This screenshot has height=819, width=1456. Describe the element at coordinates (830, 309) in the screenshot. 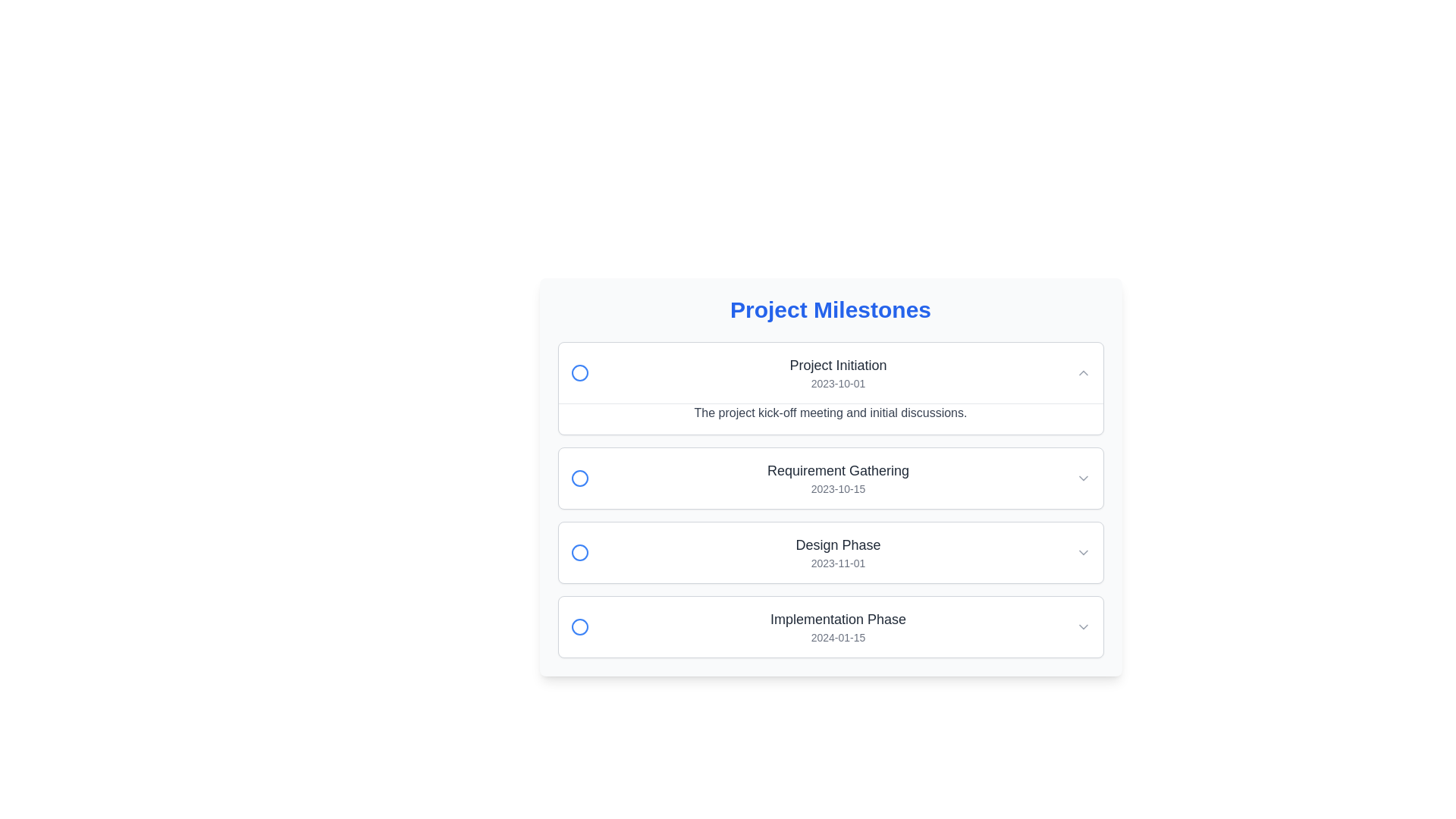

I see `title text 'Project Milestones', which is prominently displayed in bold blue font above the list of milestones` at that location.